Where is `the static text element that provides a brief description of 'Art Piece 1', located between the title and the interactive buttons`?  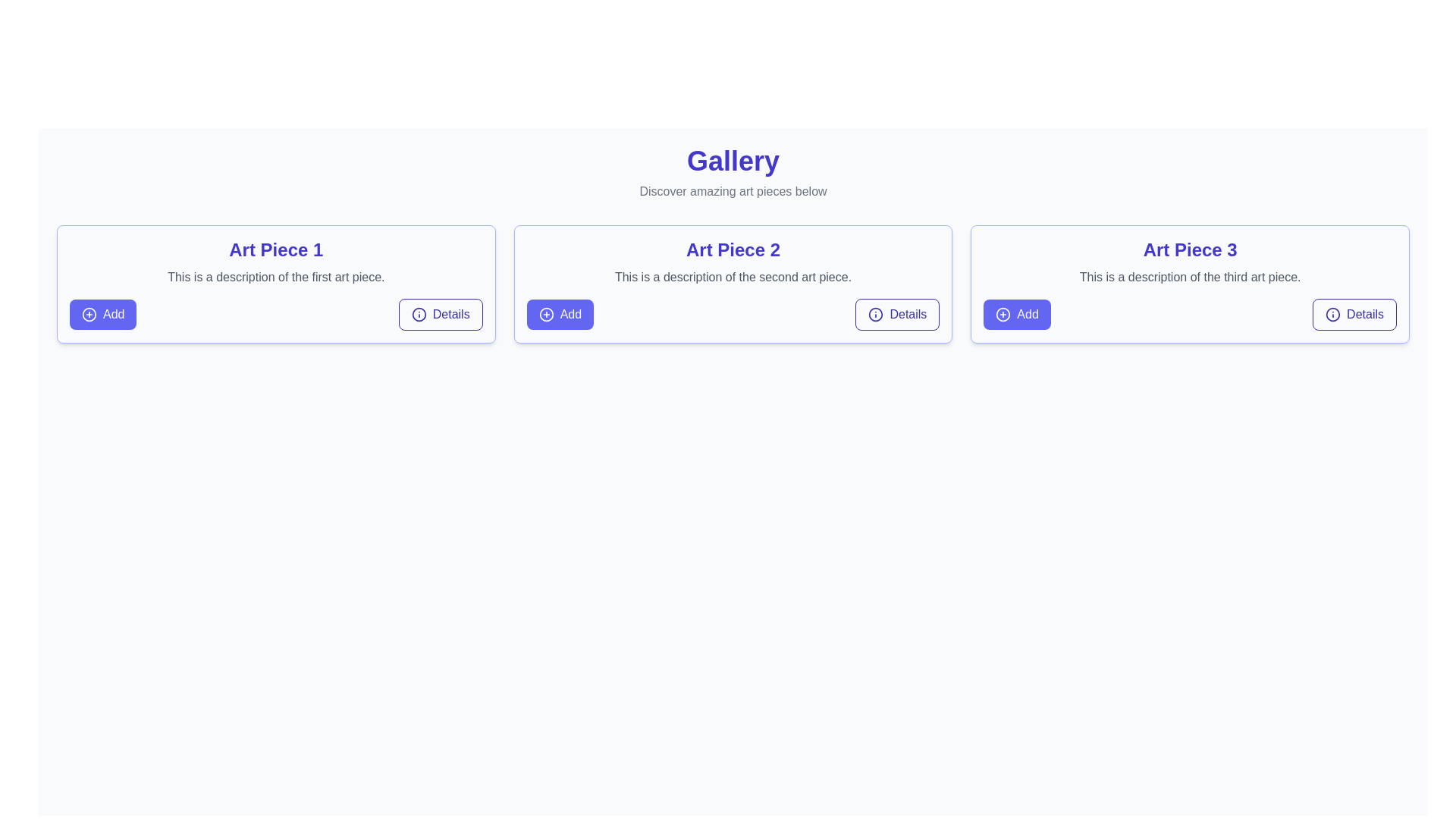
the static text element that provides a brief description of 'Art Piece 1', located between the title and the interactive buttons is located at coordinates (276, 278).